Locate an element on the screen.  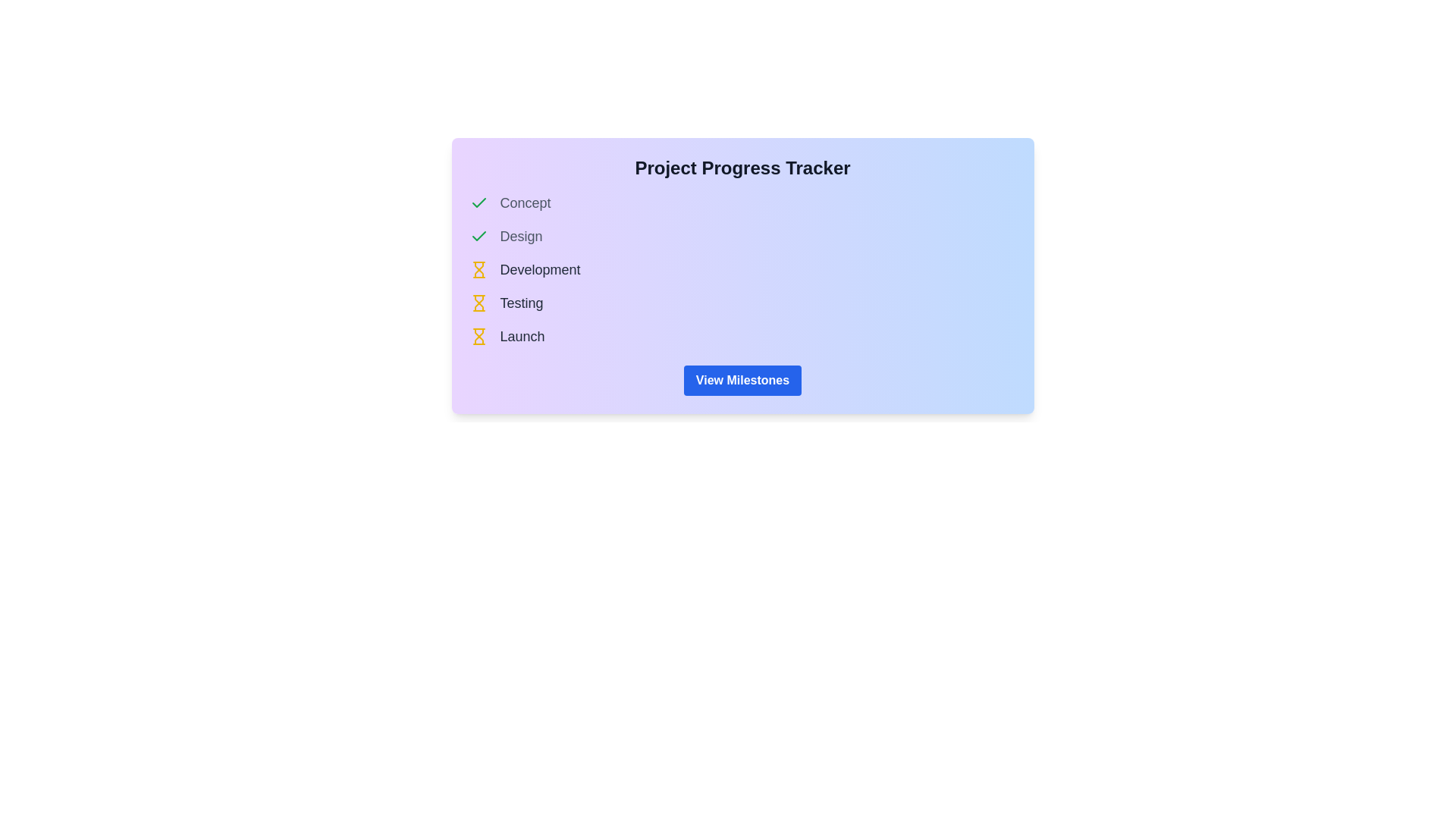
the checkmark icon indicating the completion status of the 'Design' stage in the project tracker interface is located at coordinates (478, 237).